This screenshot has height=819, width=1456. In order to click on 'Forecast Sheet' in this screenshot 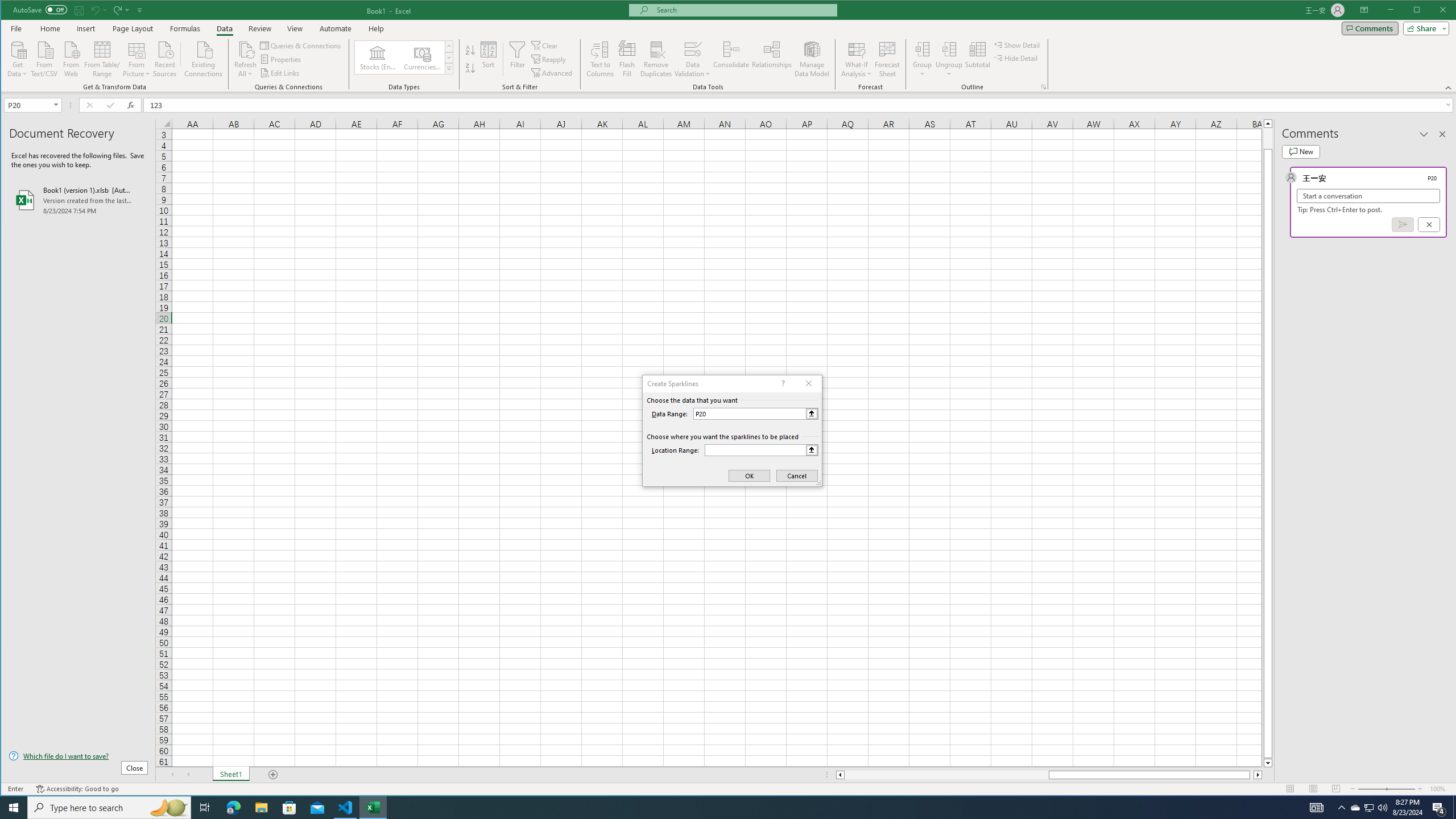, I will do `click(887, 59)`.